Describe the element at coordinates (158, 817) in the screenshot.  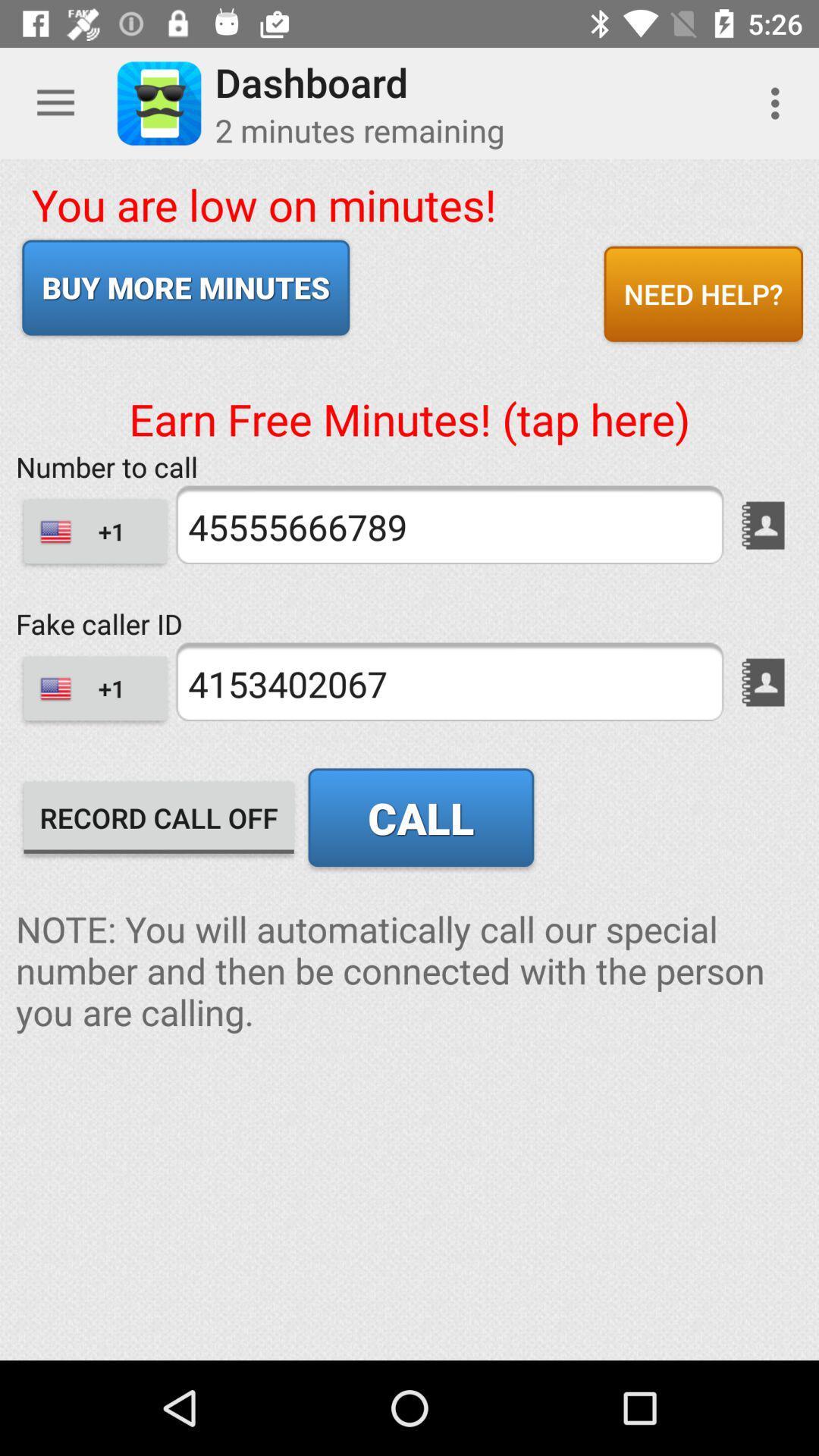
I see `record call off icon` at that location.